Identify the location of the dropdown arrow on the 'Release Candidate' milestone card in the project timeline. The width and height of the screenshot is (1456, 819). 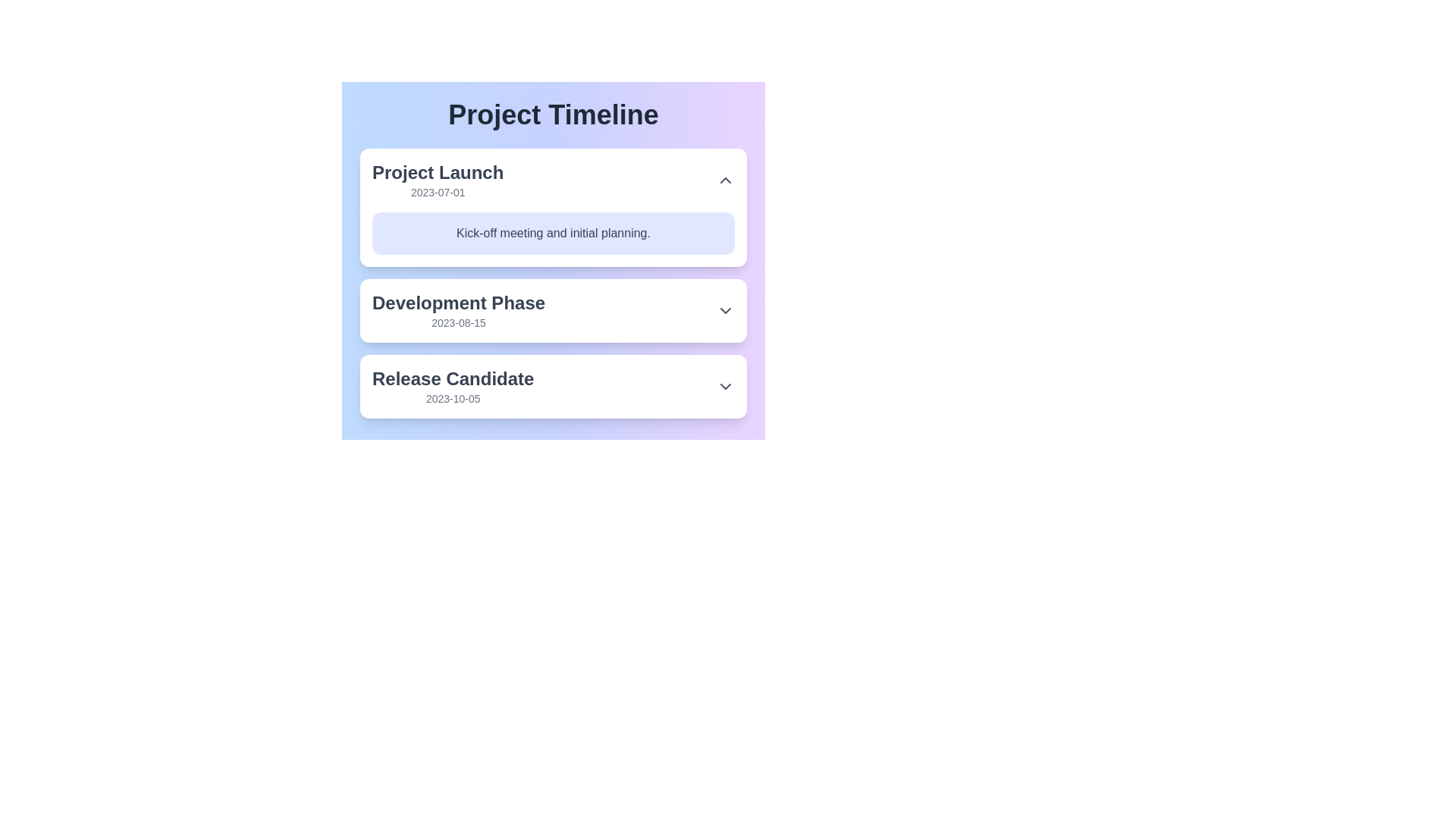
(552, 385).